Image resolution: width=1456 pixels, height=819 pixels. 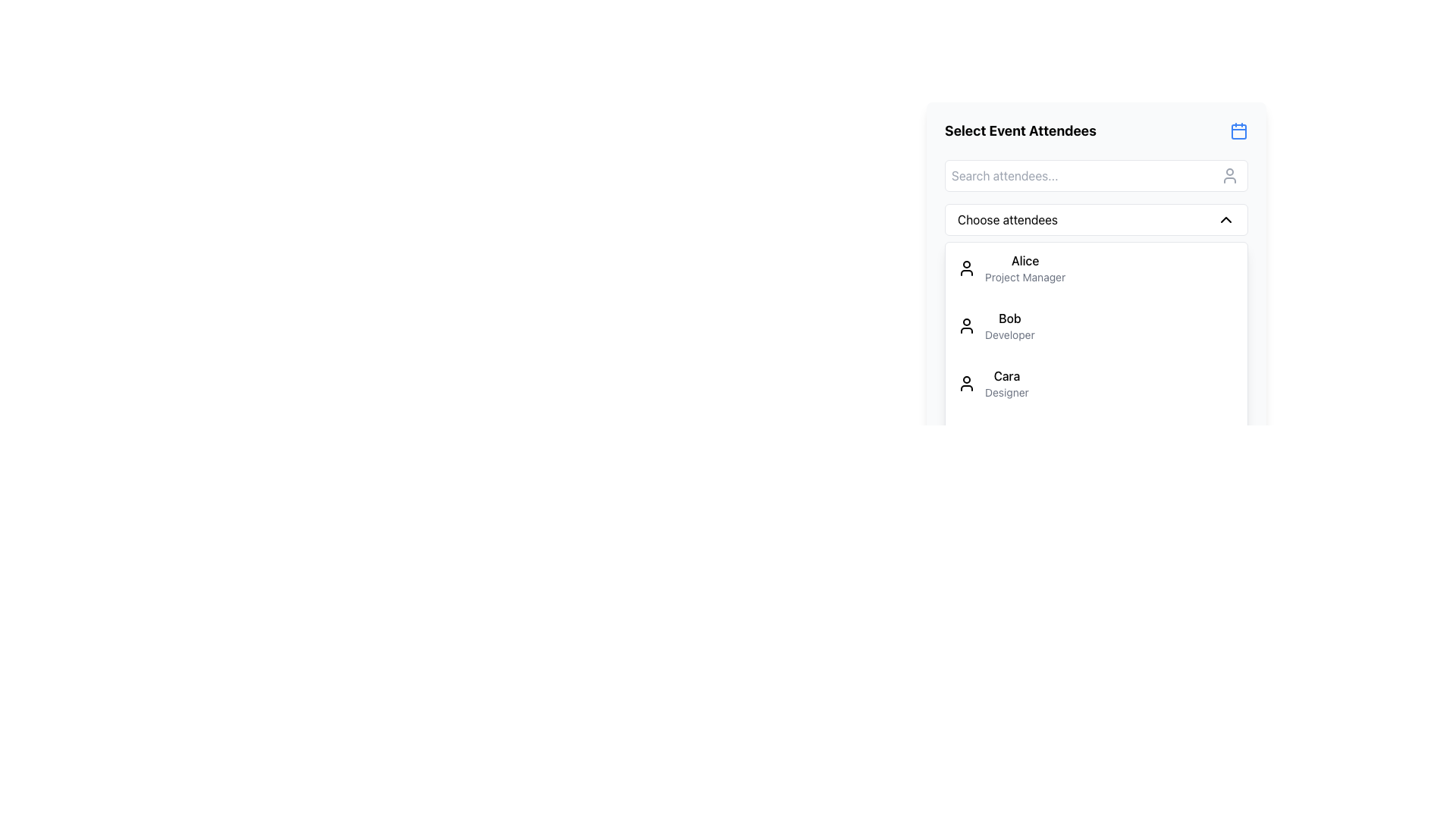 I want to click on the blue calendar icon located in the top-right corner of the 'Select Event Attendees' section, so click(x=1238, y=130).